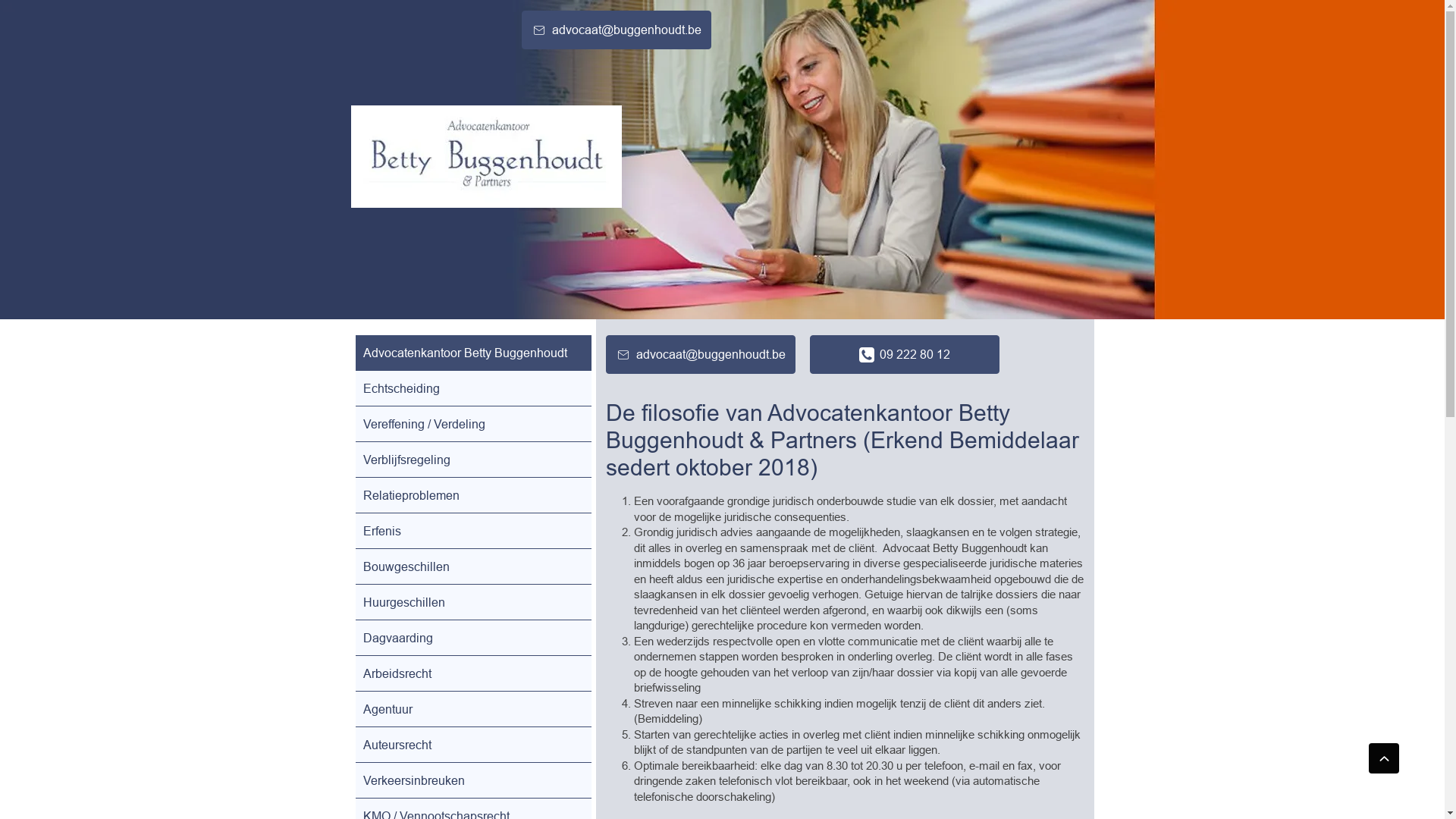 The width and height of the screenshot is (1456, 819). I want to click on 'Auteursrecht', so click(472, 744).